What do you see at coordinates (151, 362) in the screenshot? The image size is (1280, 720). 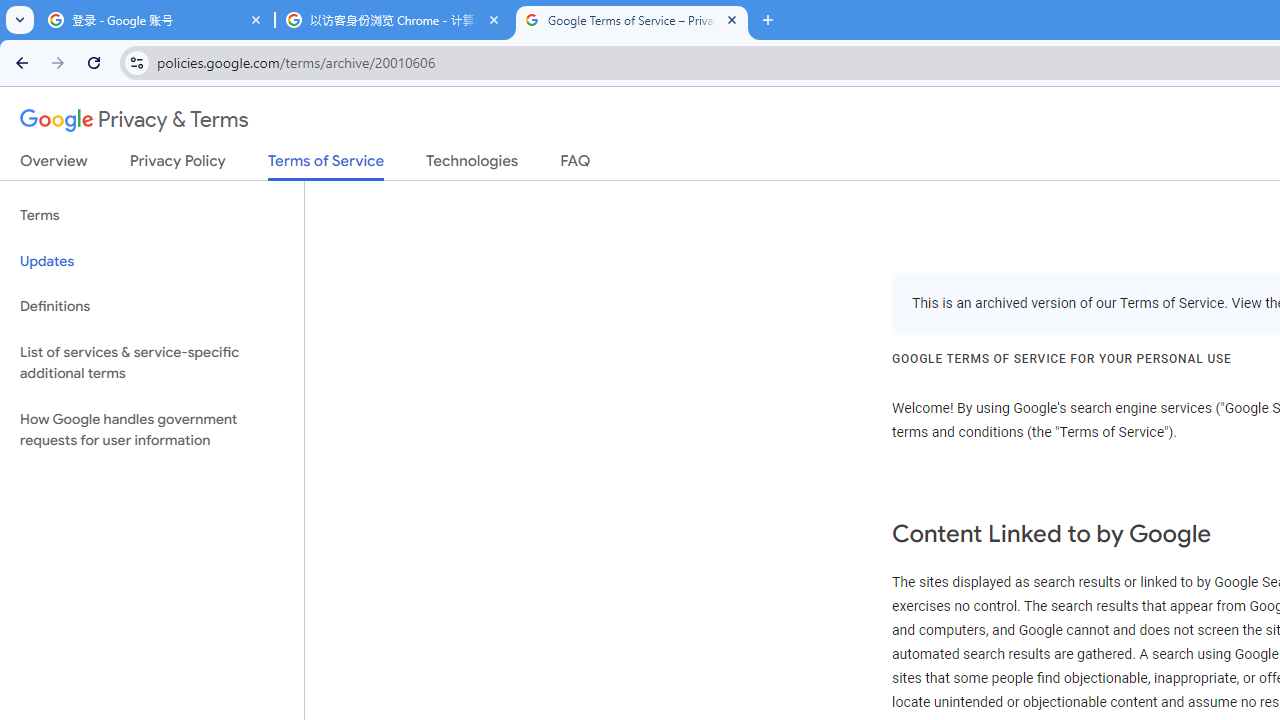 I see `'List of services & service-specific additional terms'` at bounding box center [151, 362].